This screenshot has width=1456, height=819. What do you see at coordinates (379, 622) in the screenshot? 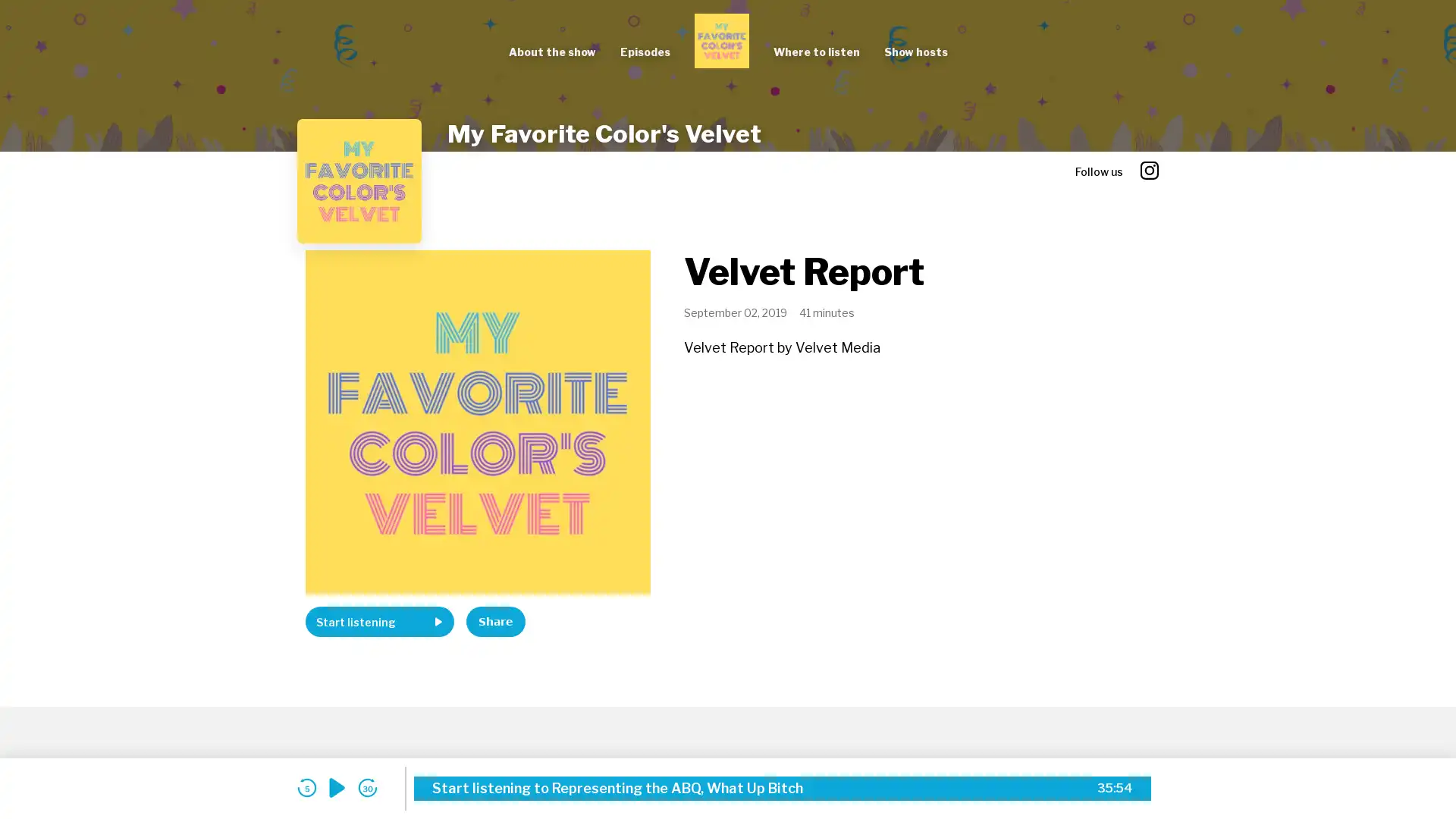
I see `Start listening` at bounding box center [379, 622].